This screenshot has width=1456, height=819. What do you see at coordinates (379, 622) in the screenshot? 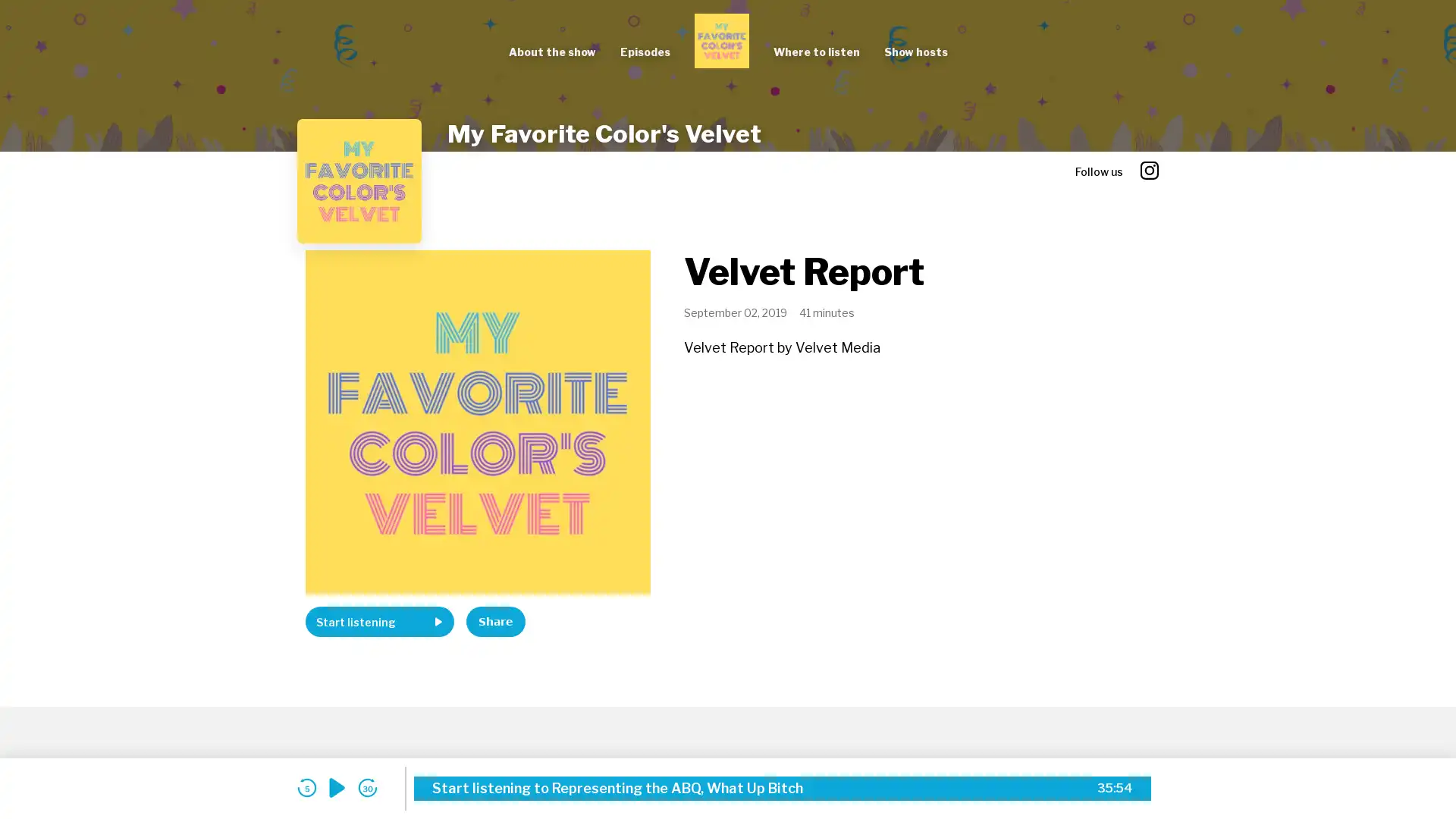
I see `Start listening` at bounding box center [379, 622].